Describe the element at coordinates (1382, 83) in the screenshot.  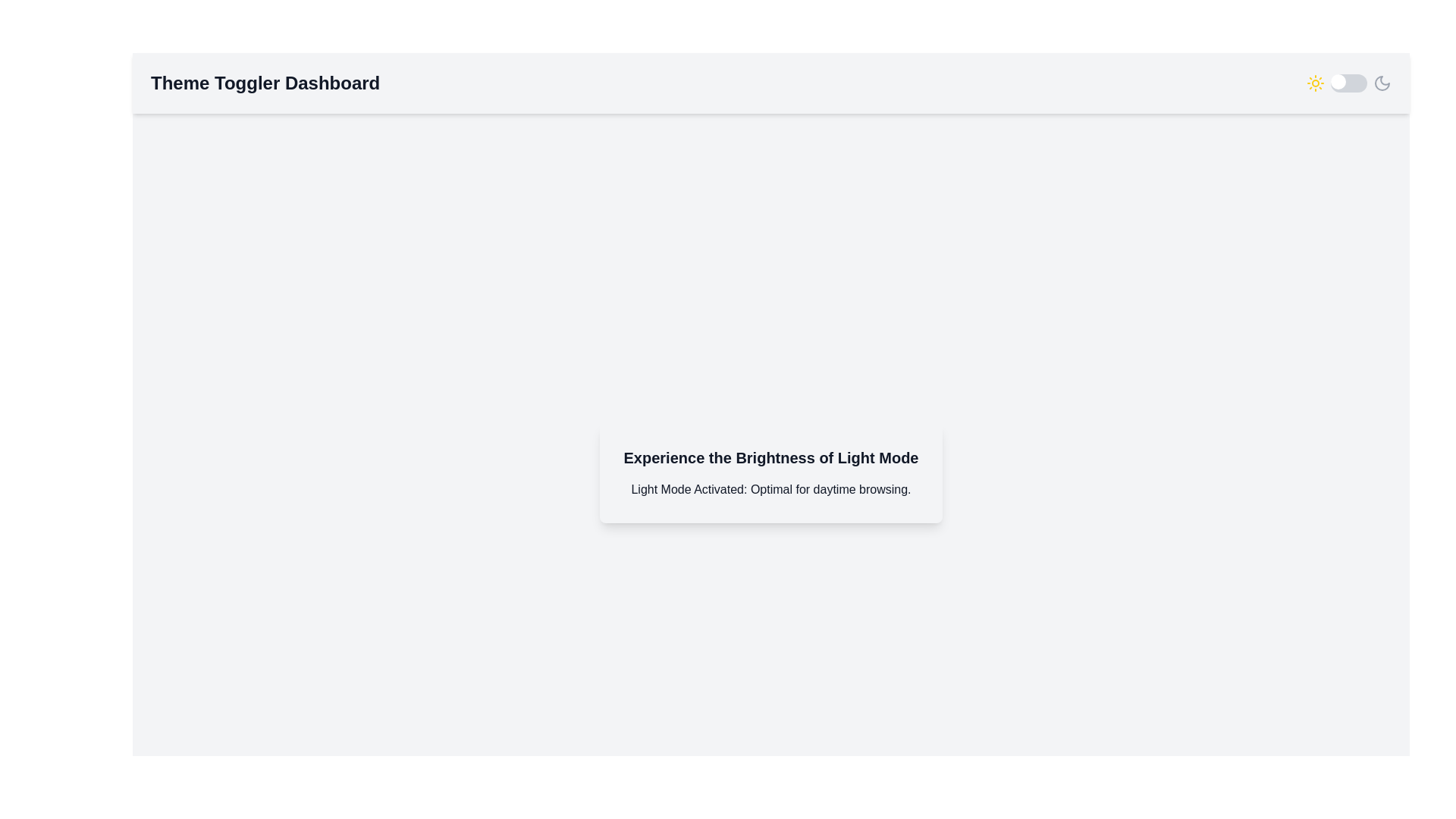
I see `the theme toggle icon located in the top-right corner of the interface, next to the toggle switch and sun icon` at that location.